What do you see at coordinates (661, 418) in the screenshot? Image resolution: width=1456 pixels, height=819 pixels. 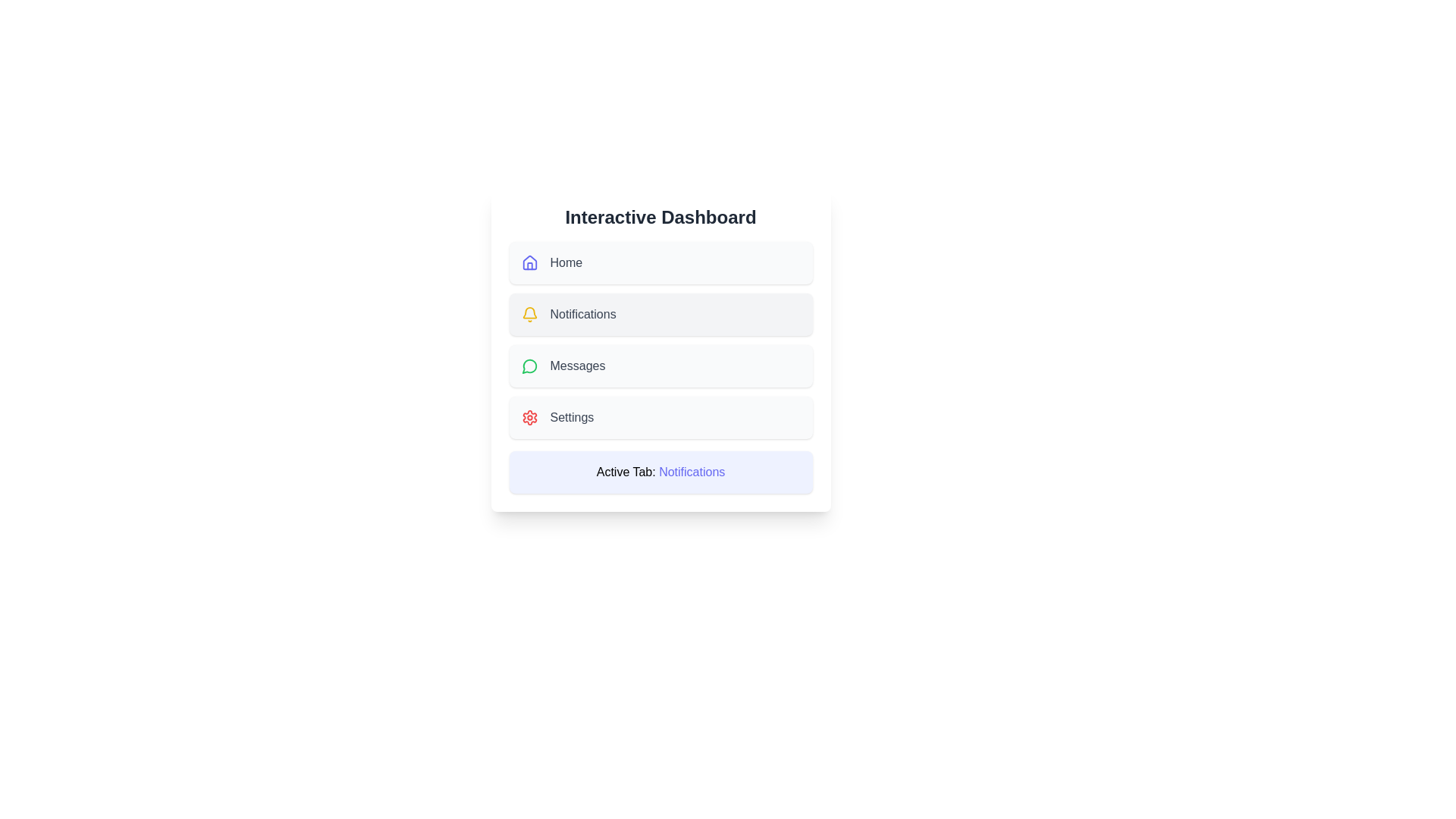 I see `the menu button labeled Settings` at bounding box center [661, 418].